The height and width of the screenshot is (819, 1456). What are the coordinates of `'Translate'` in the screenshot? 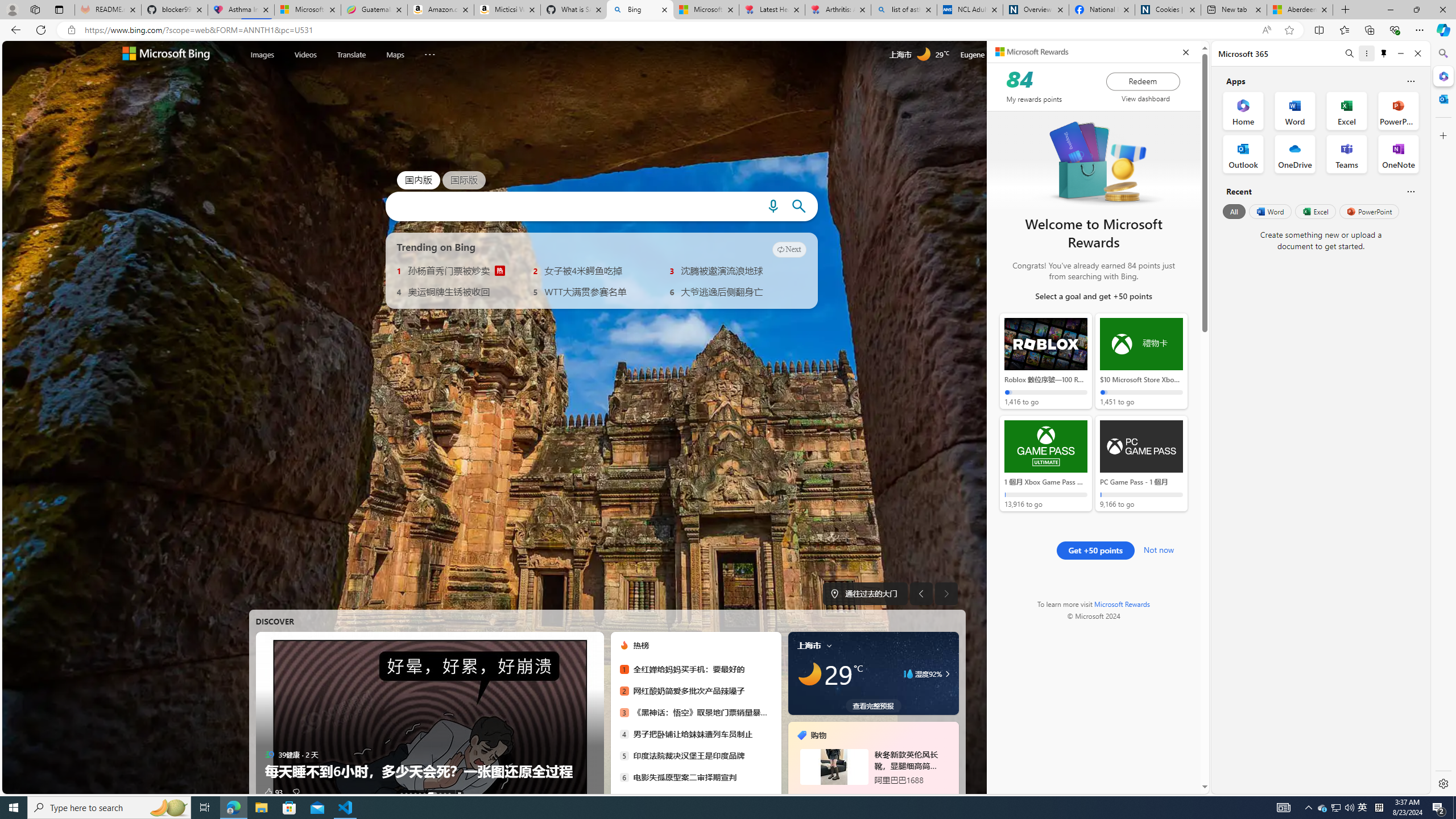 It's located at (351, 54).